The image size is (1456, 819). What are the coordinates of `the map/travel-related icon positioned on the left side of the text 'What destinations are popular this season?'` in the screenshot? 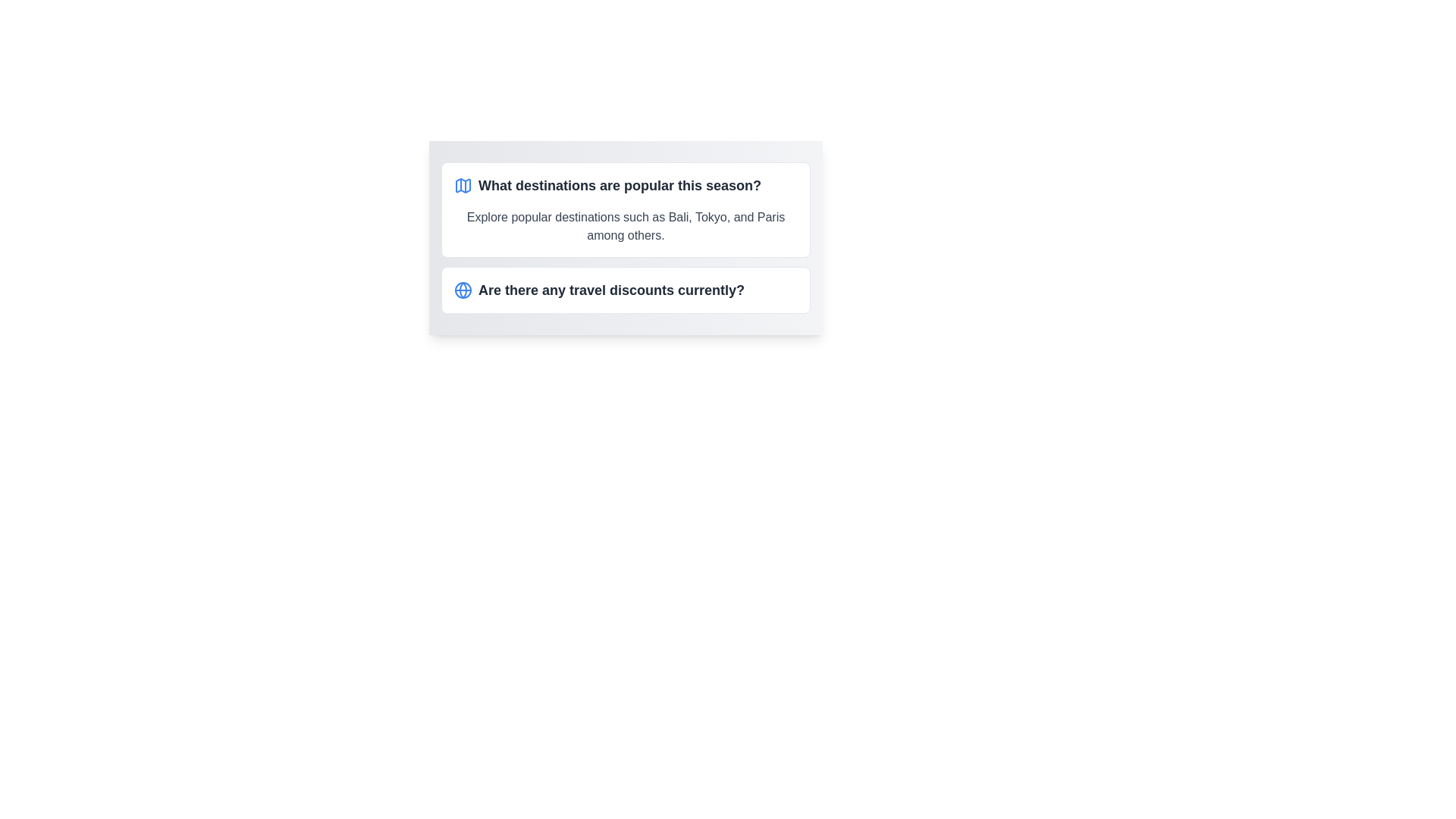 It's located at (462, 185).